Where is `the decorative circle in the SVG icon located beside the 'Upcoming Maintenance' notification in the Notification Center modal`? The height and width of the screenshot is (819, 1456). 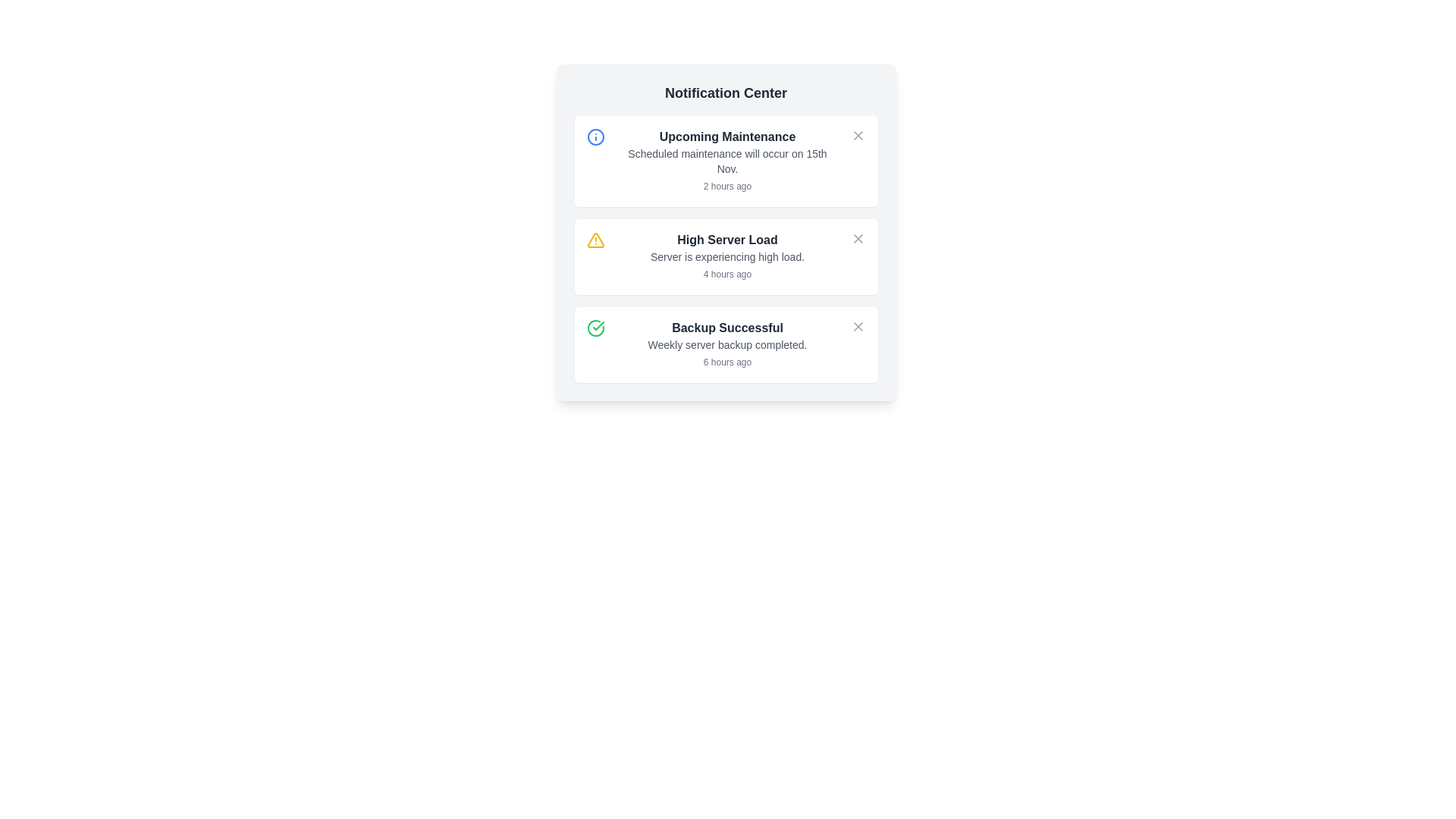
the decorative circle in the SVG icon located beside the 'Upcoming Maintenance' notification in the Notification Center modal is located at coordinates (595, 137).